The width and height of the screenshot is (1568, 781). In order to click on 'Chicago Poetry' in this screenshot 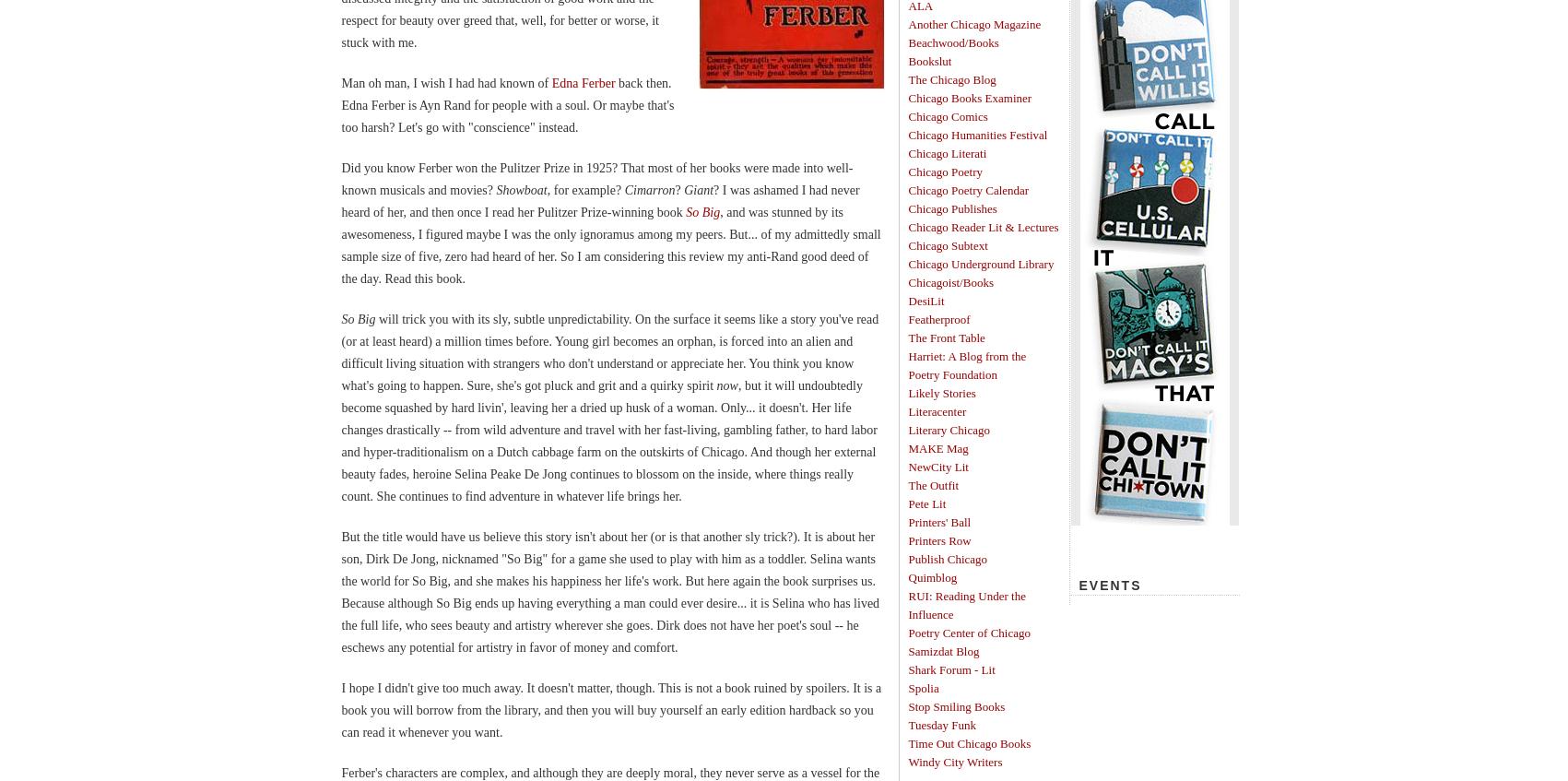, I will do `click(945, 172)`.